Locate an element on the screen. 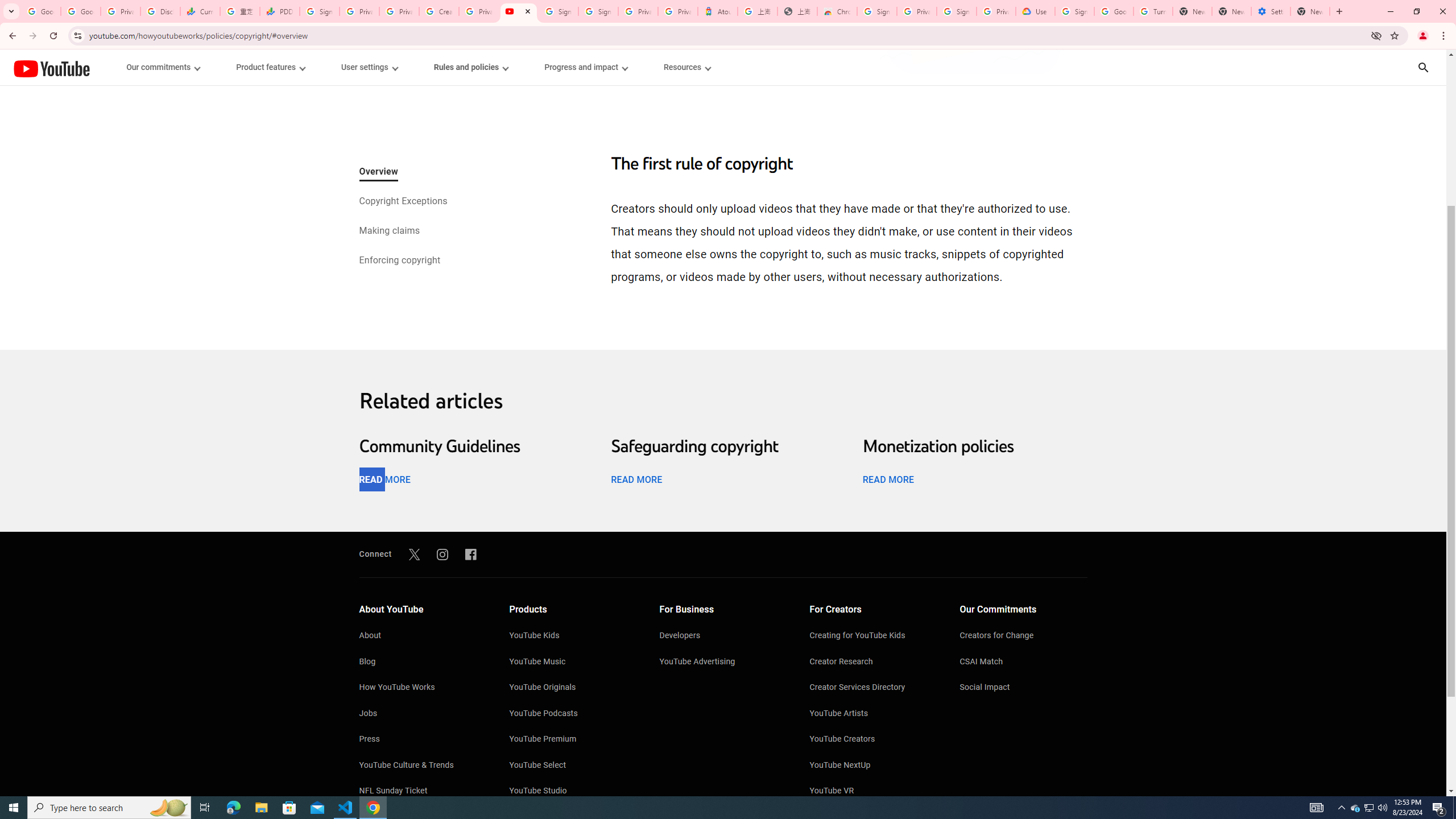 The image size is (1456, 819). 'Creating for YouTube Kids' is located at coordinates (874, 636).